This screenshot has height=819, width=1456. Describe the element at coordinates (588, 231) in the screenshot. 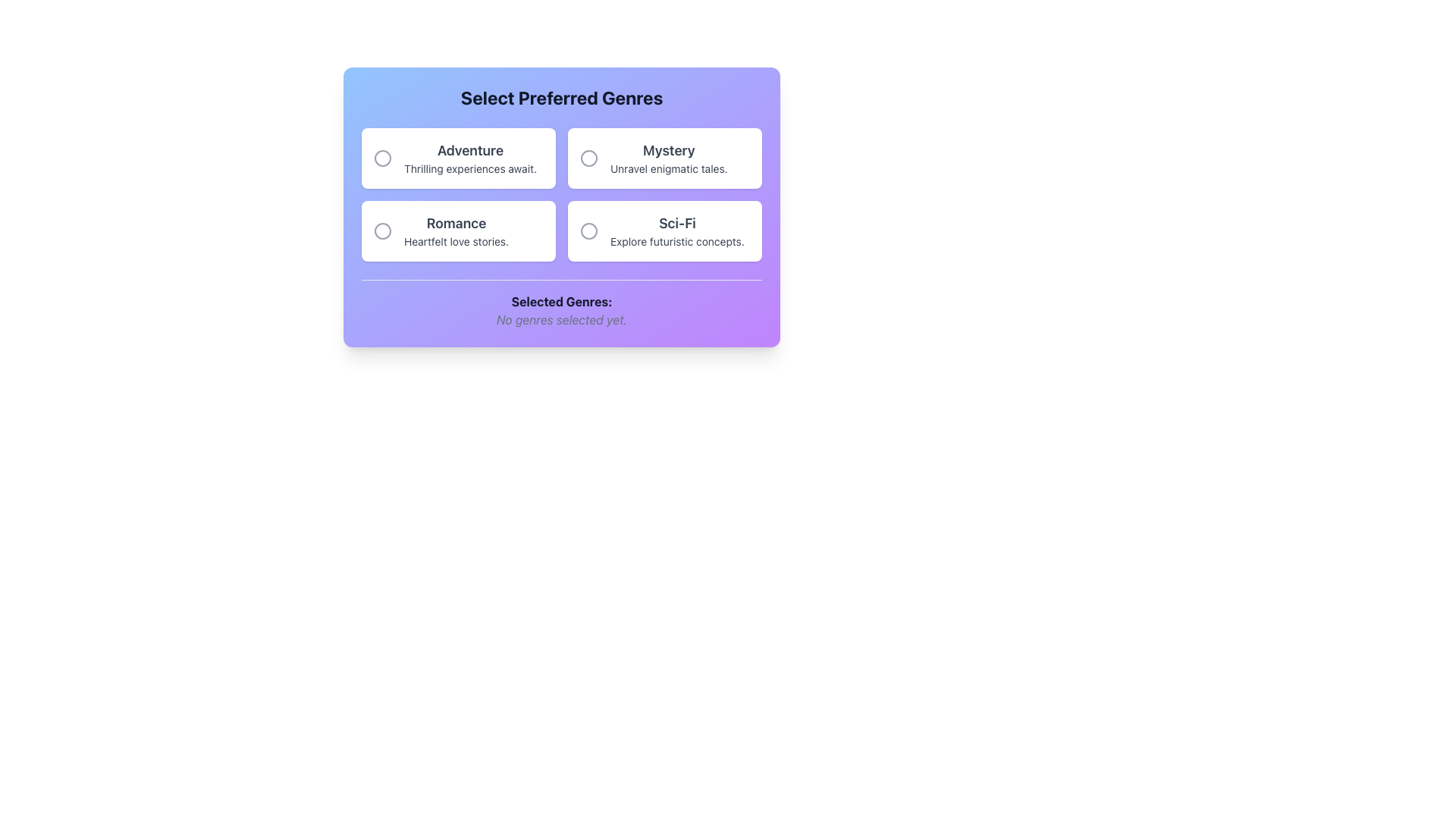

I see `the circular icon within the radio button for selecting the 'Sci-Fi' genre, enabling keyboard navigation` at that location.